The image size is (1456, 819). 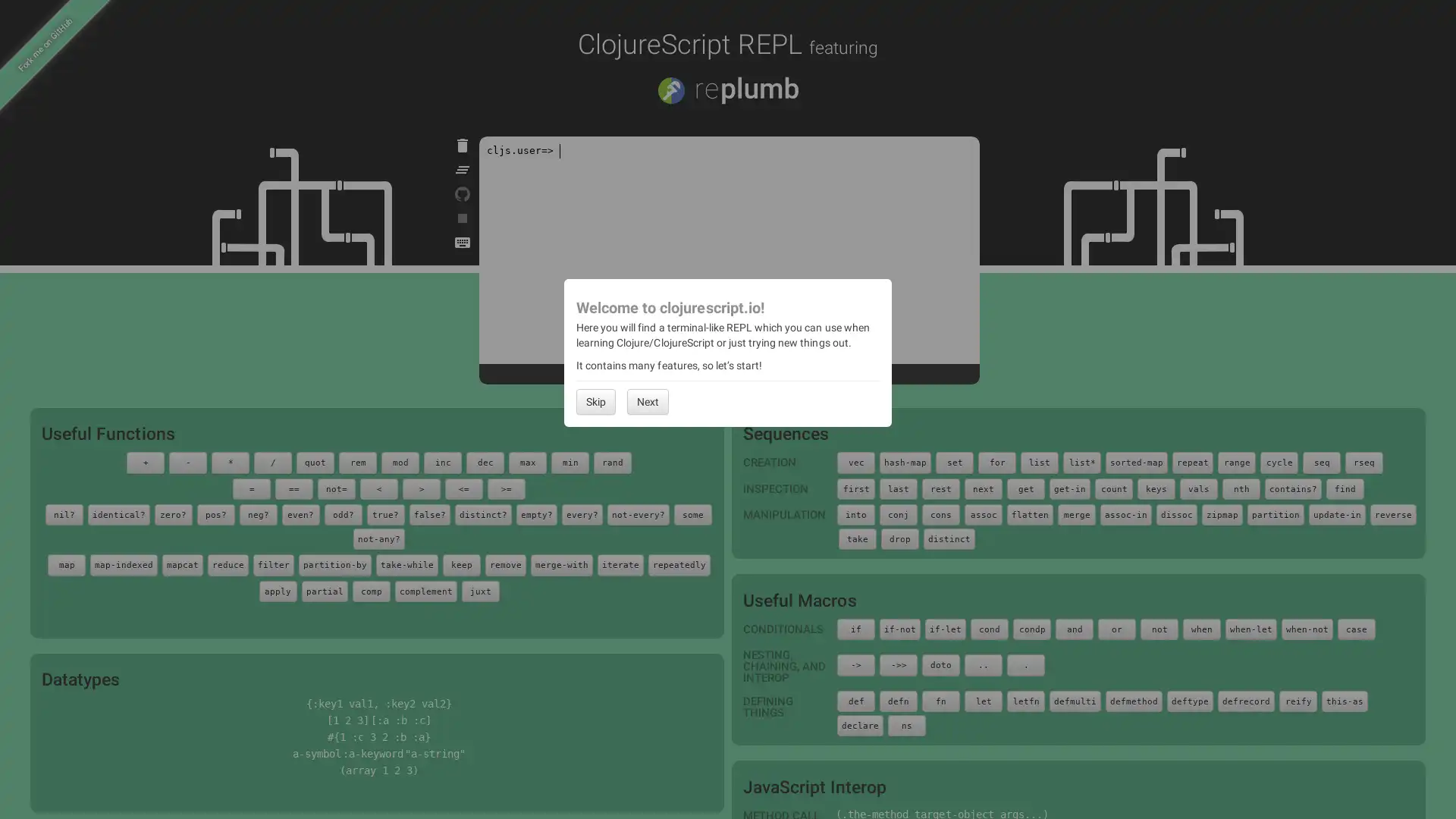 I want to click on true?, so click(x=385, y=513).